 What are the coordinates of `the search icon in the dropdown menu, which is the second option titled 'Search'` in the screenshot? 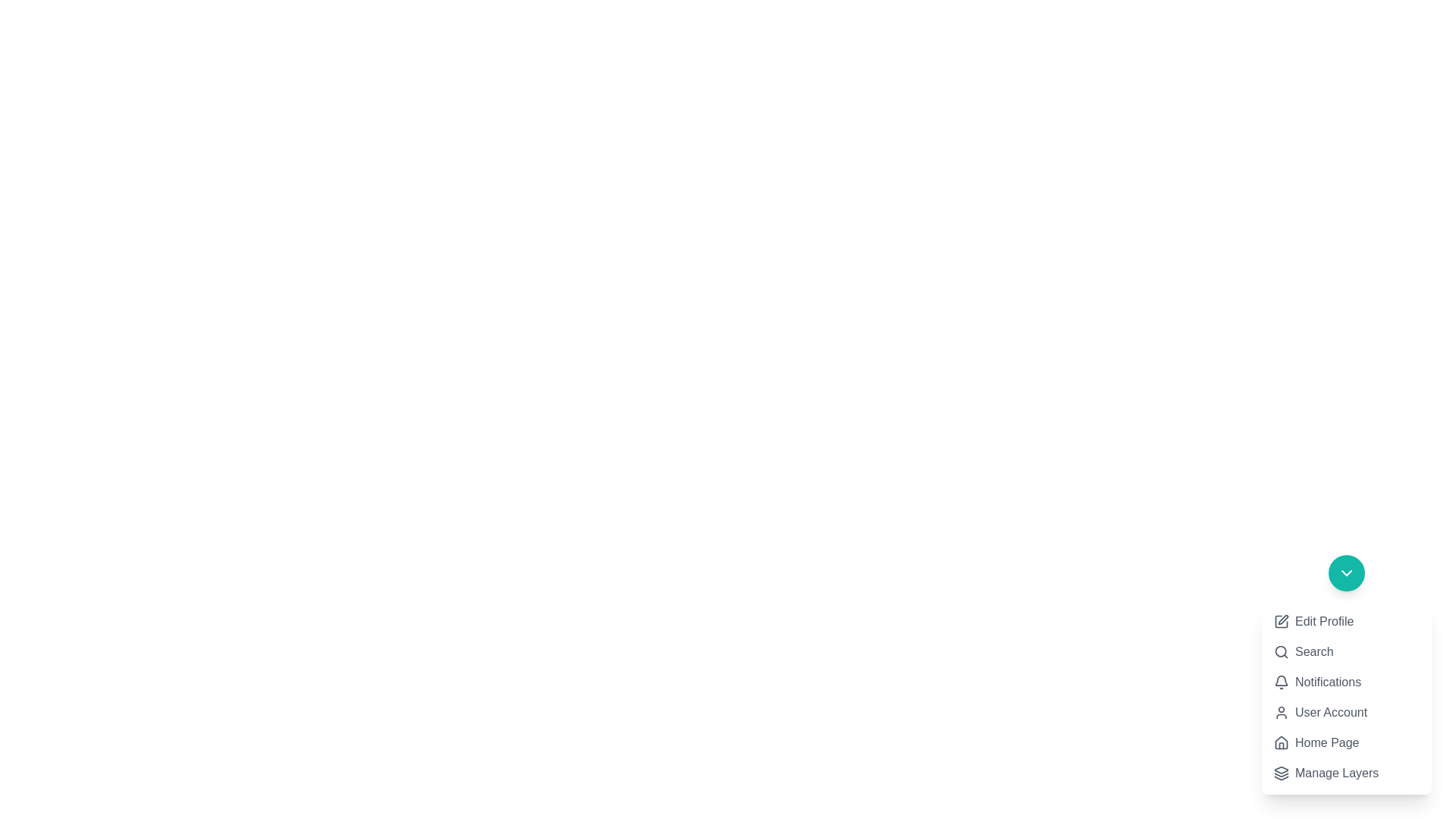 It's located at (1280, 651).